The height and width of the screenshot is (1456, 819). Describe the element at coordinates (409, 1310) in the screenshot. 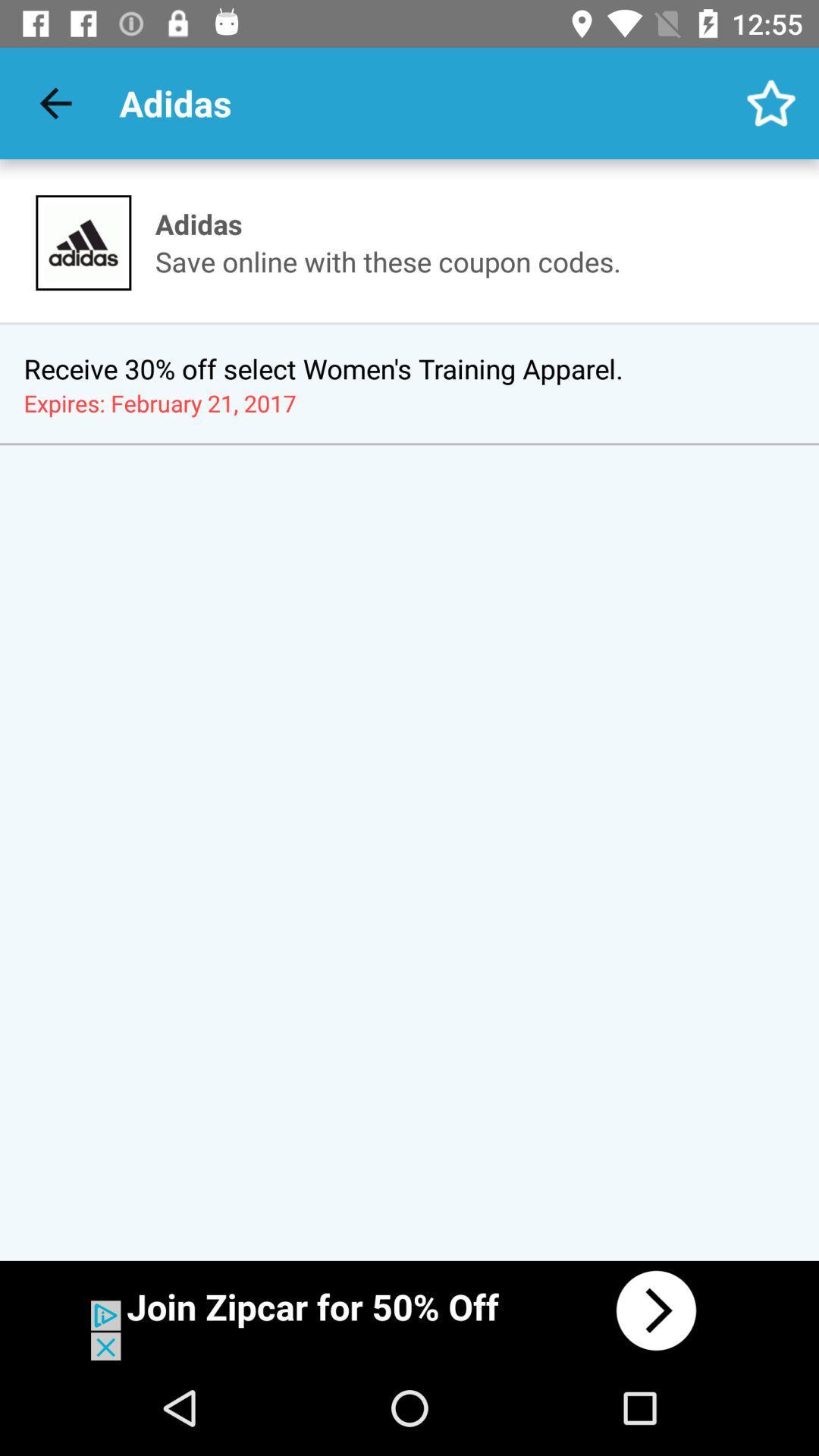

I see `advertisement` at that location.